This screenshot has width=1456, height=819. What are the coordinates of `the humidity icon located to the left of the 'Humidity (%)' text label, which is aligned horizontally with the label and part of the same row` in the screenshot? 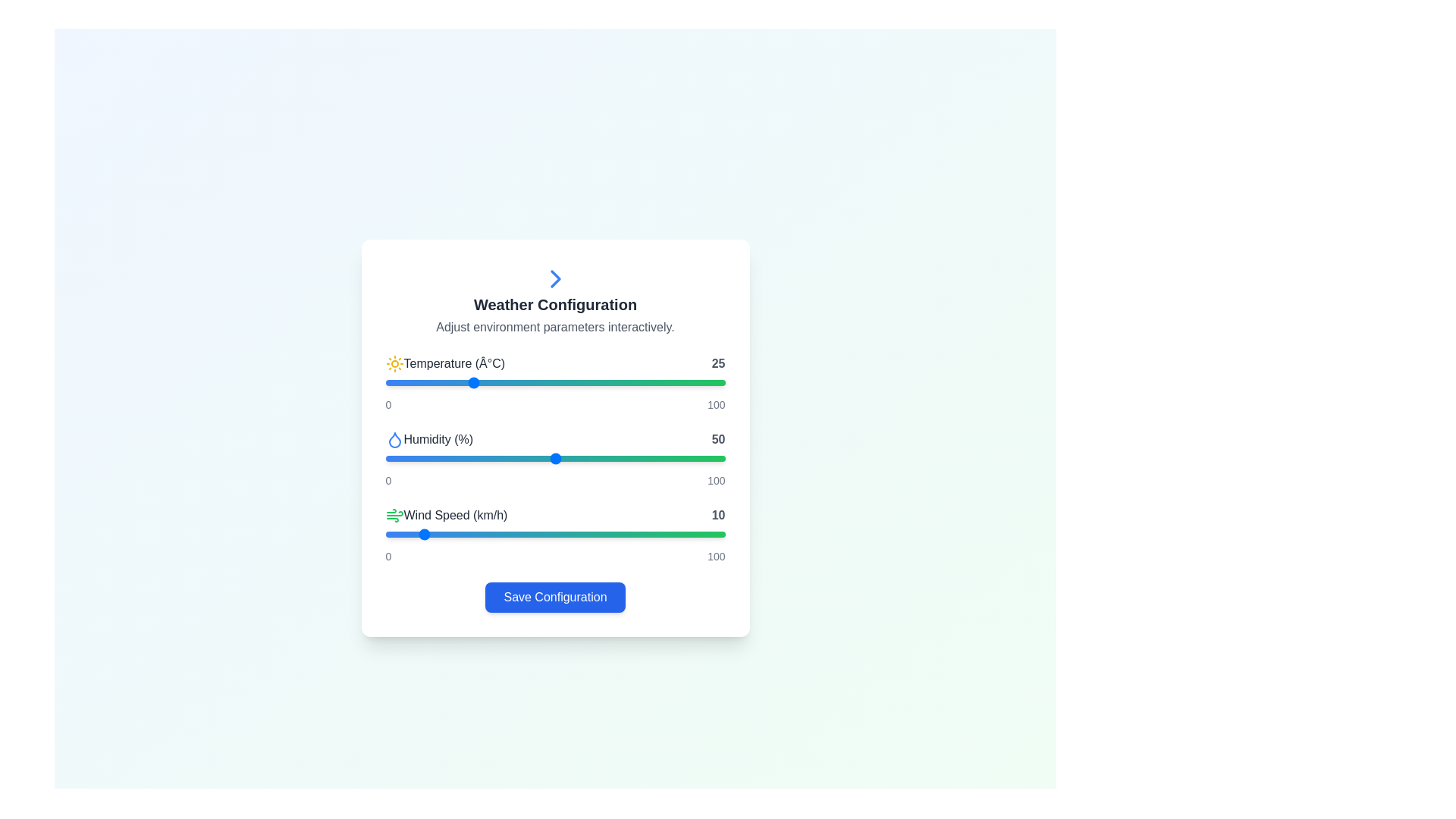 It's located at (394, 439).